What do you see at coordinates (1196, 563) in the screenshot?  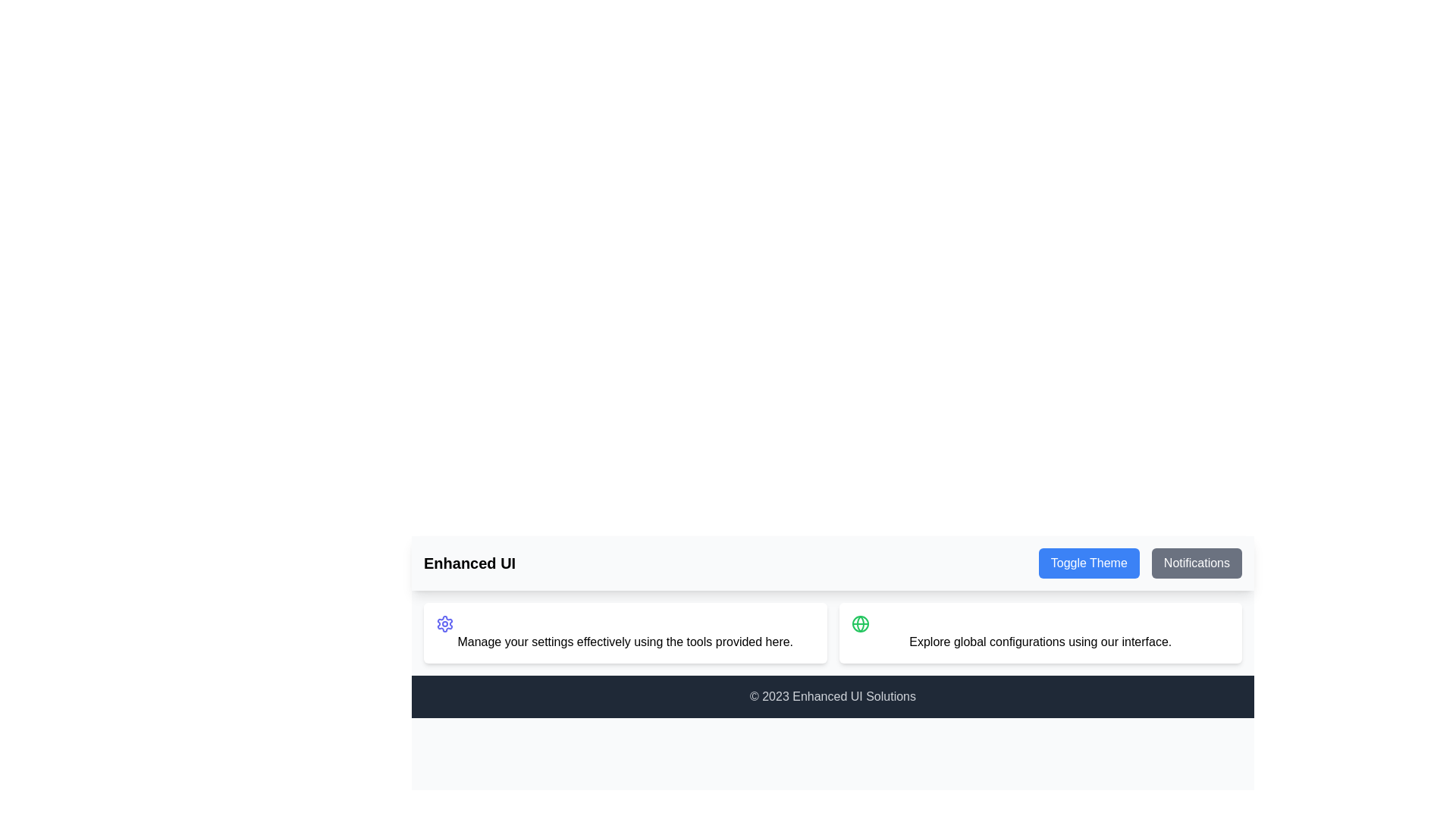 I see `the 'Notifications' button, which is a rounded rectangular button with a gray background and white text, located to the right of the 'Toggle Theme' button at the top-right corner of the interface` at bounding box center [1196, 563].